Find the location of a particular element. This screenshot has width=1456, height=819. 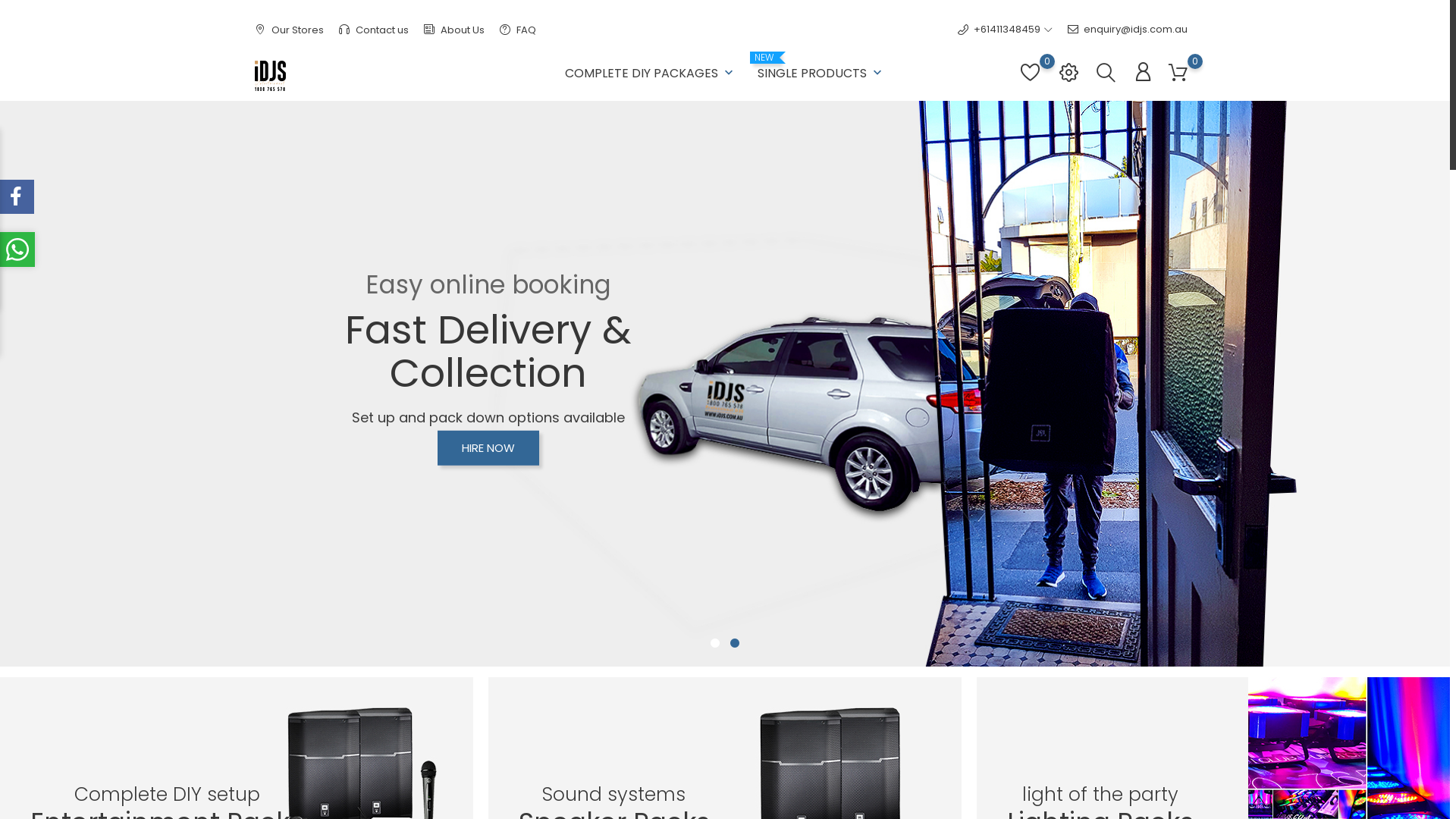

'Rental process' is located at coordinates (688, 610).